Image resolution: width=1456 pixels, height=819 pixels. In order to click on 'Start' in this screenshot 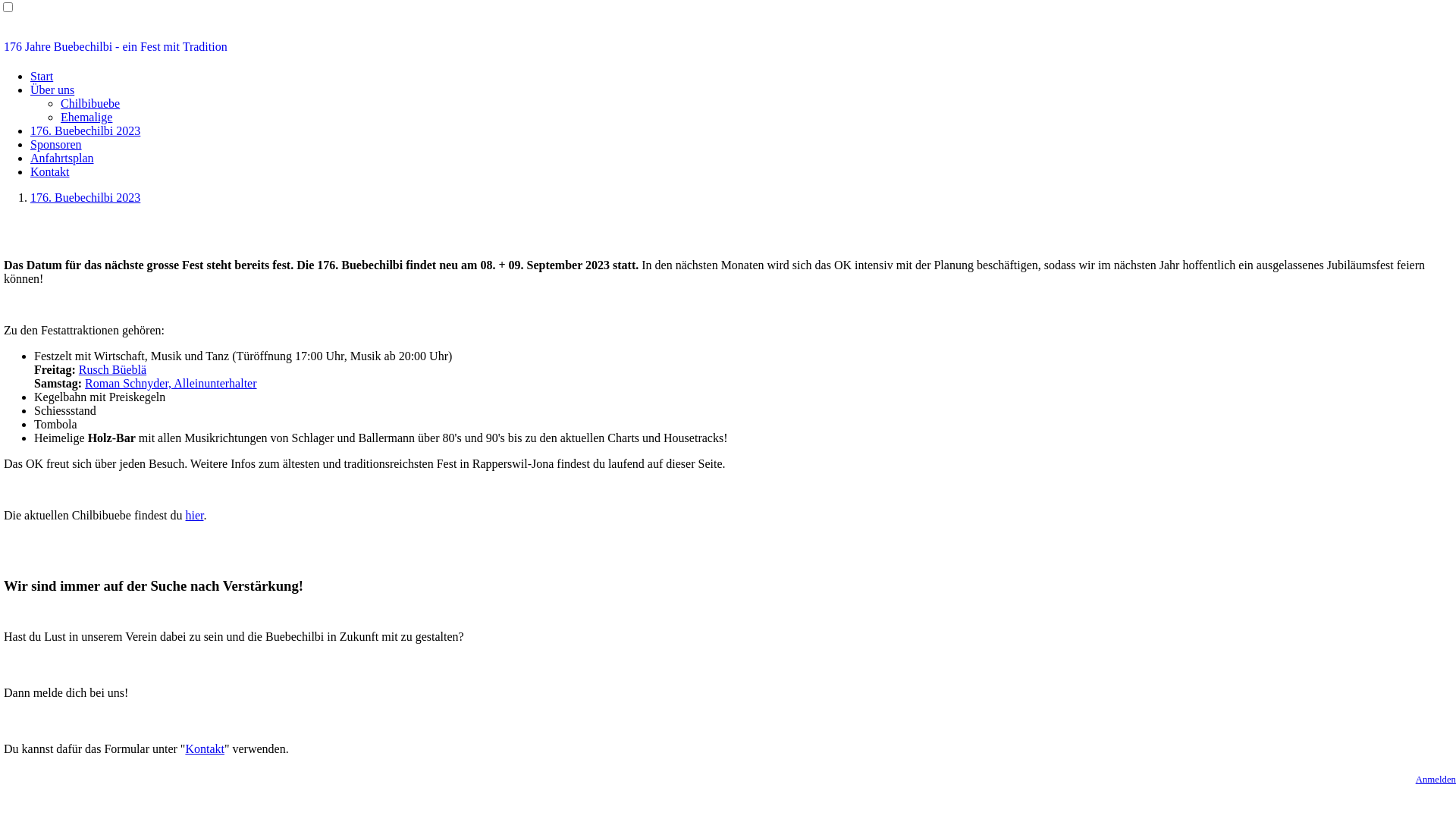, I will do `click(41, 76)`.